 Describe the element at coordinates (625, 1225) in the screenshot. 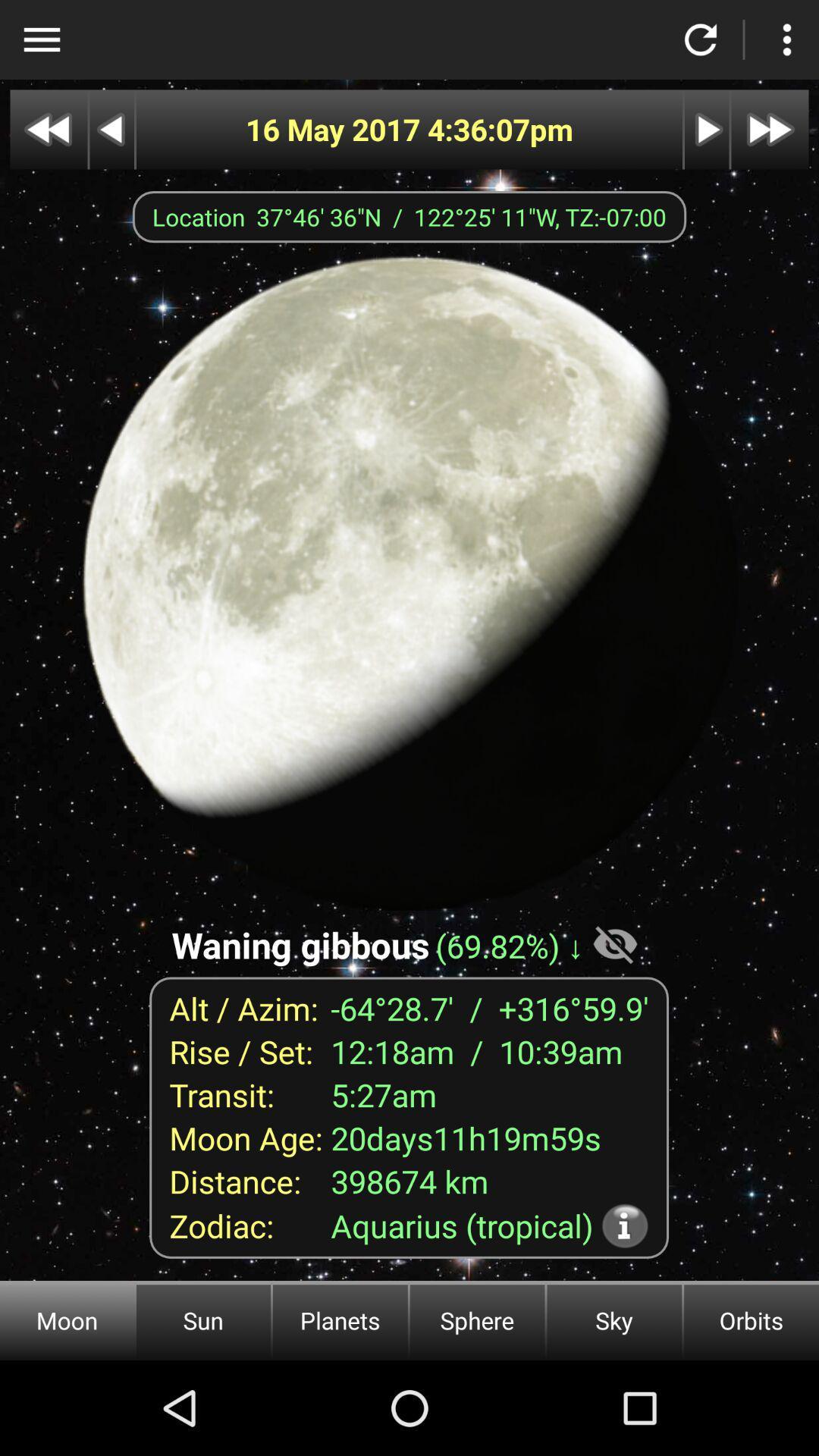

I see `icon above sky item` at that location.